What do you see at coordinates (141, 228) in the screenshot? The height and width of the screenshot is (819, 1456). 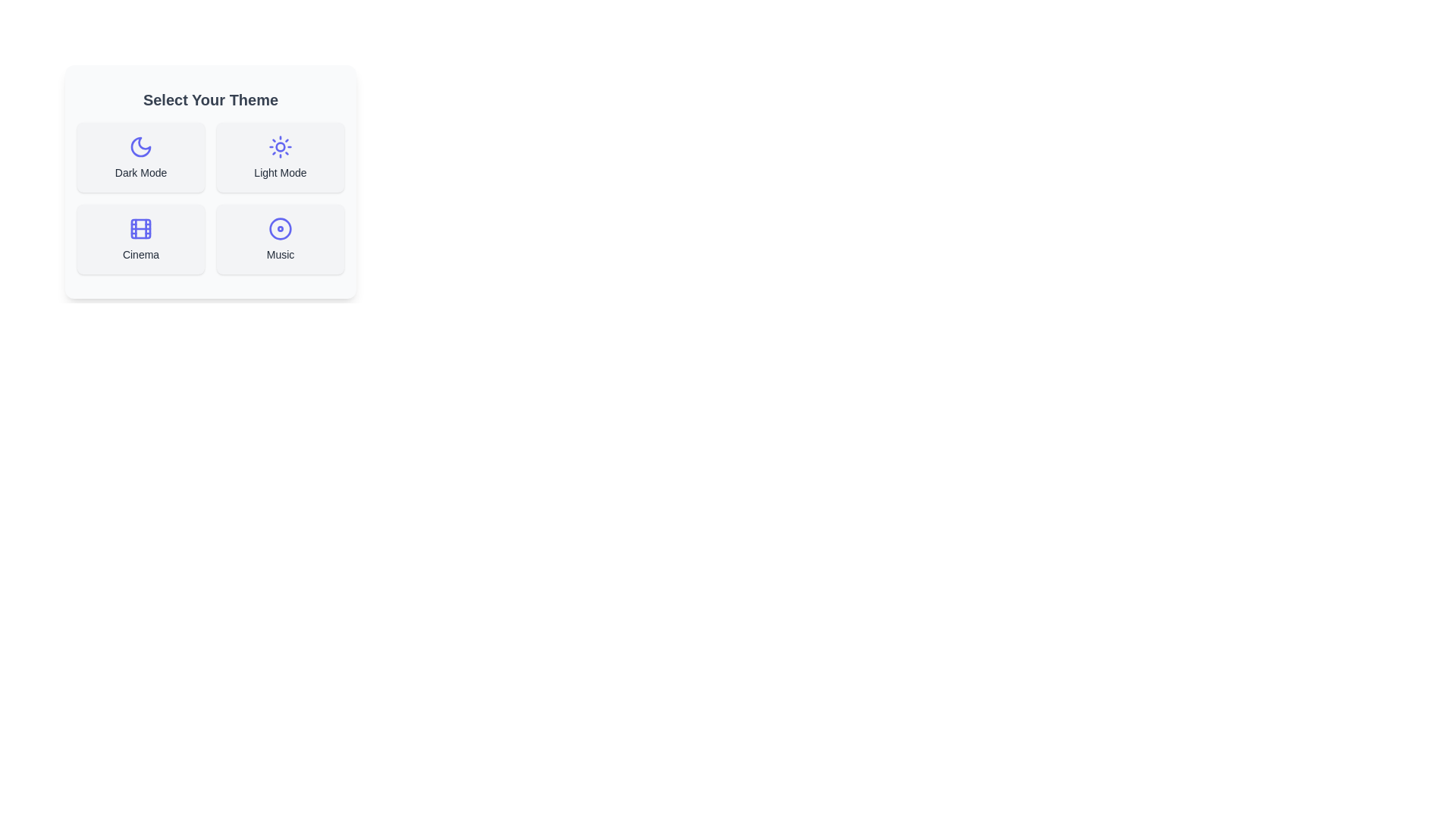 I see `the decorative component of the 'Cinema' theme icon located at the center of the icon in the 'Select Your Theme' card` at bounding box center [141, 228].